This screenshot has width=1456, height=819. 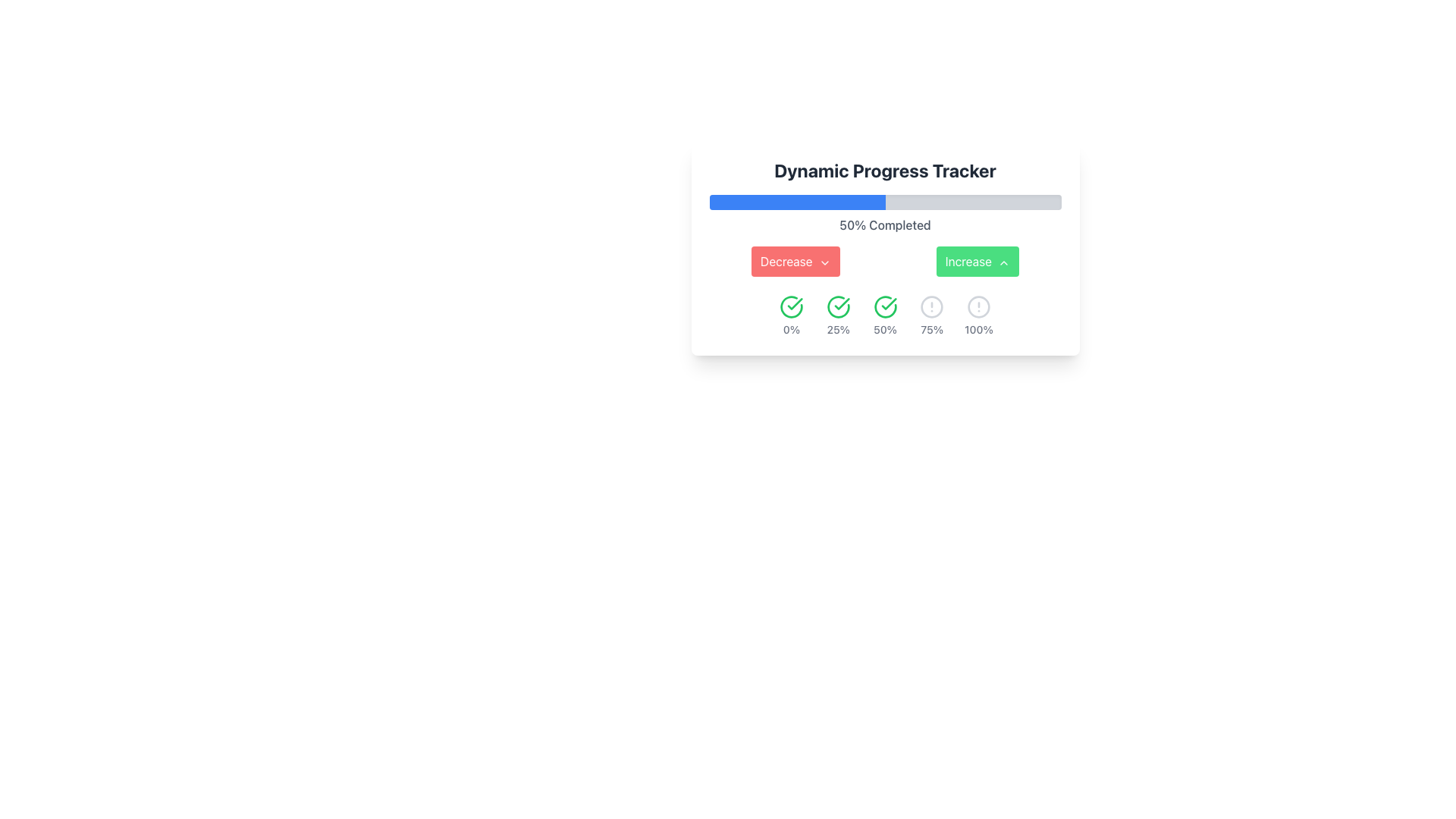 I want to click on the '50%' text below the green checkmark icon, which indicates a completed state, so click(x=885, y=315).